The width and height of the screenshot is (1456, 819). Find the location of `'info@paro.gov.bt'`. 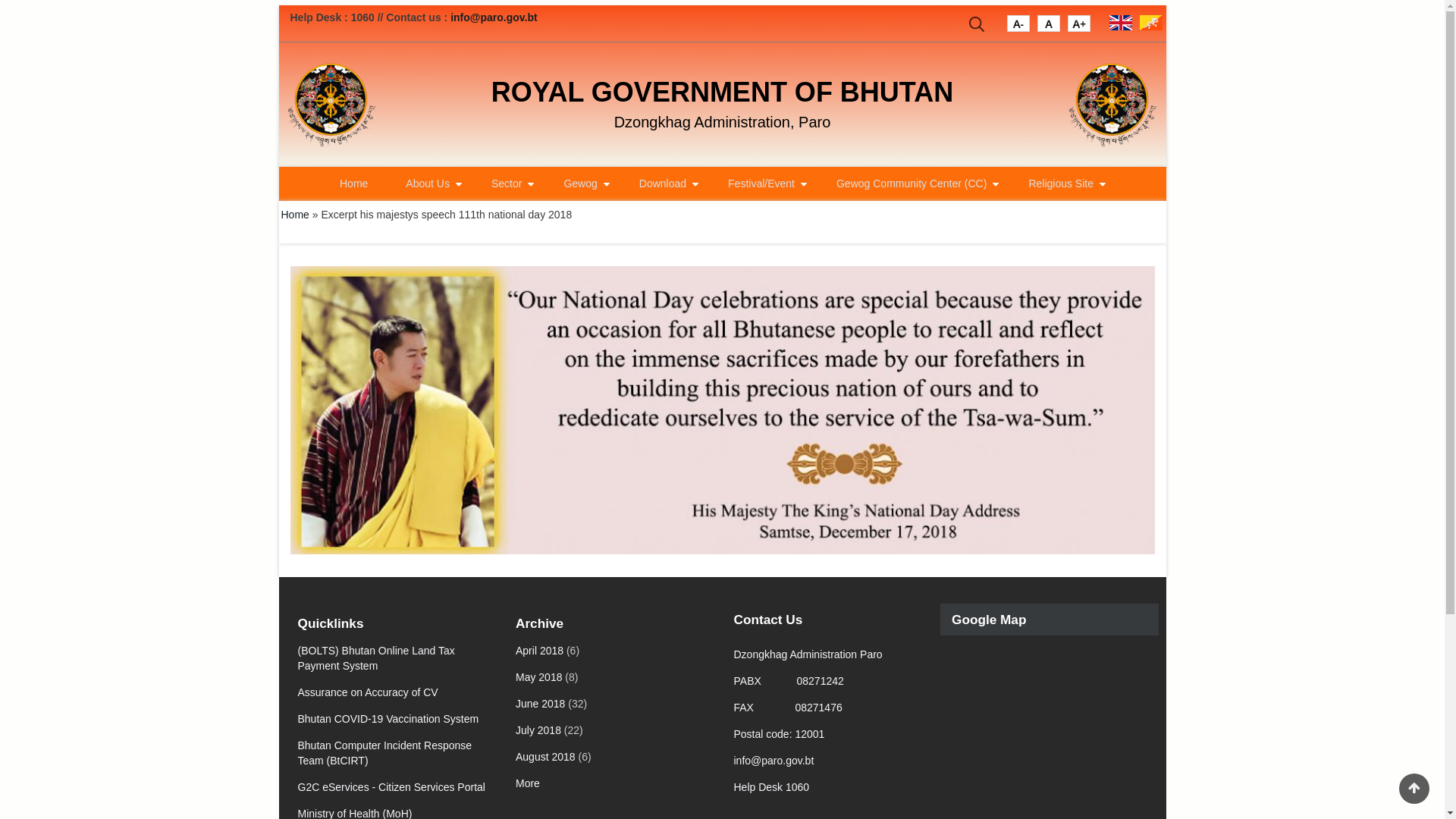

'info@paro.gov.bt' is located at coordinates (494, 17).